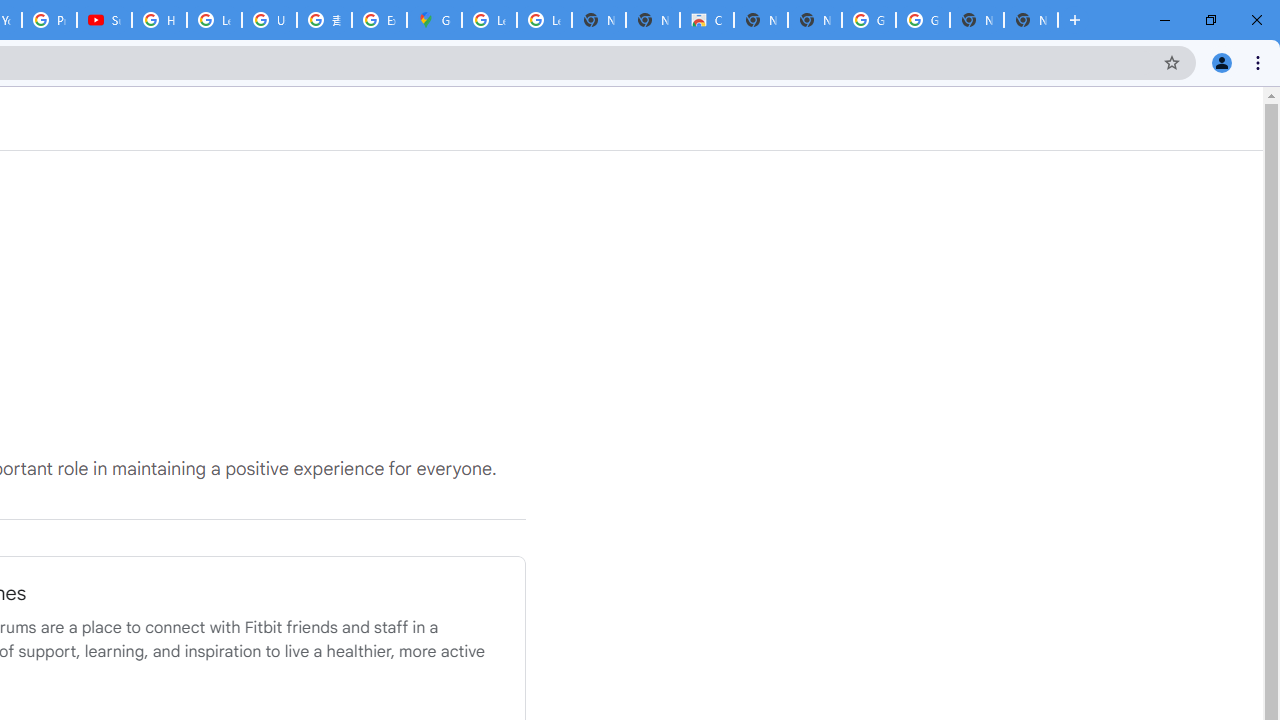 The height and width of the screenshot is (720, 1280). Describe the element at coordinates (433, 20) in the screenshot. I see `'Google Maps'` at that location.